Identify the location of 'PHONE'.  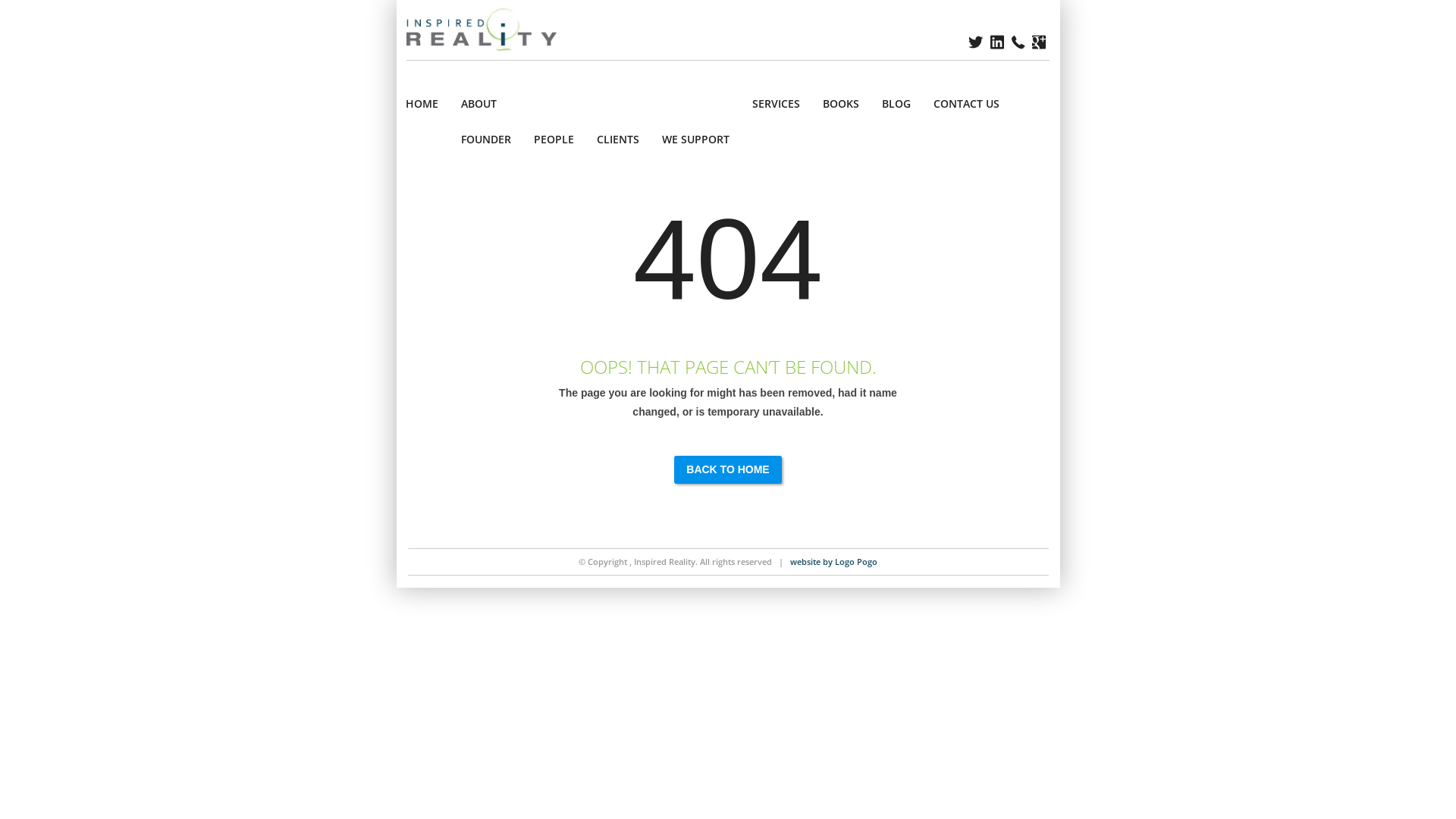
(1018, 42).